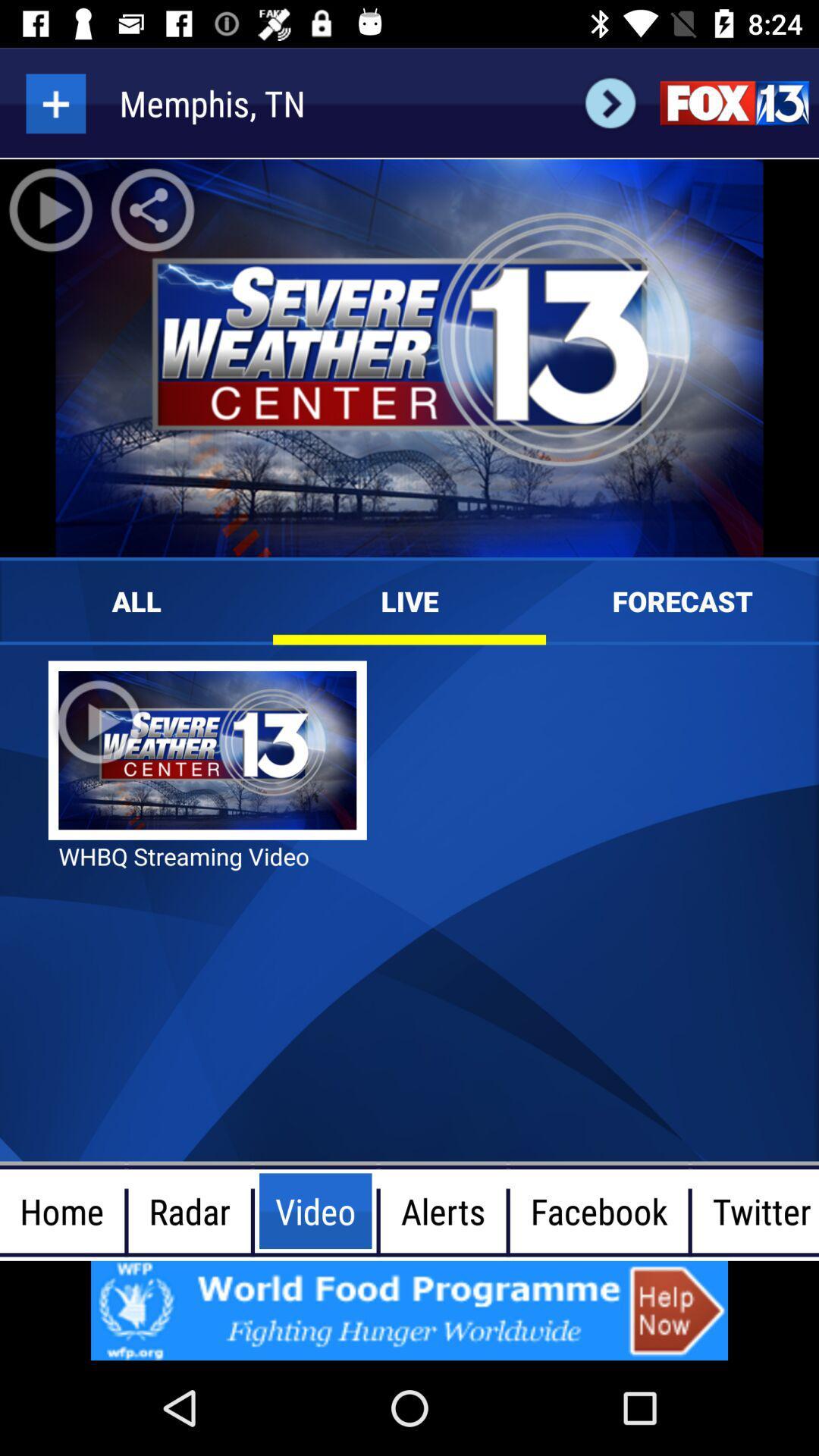 This screenshot has width=819, height=1456. Describe the element at coordinates (610, 102) in the screenshot. I see `next option` at that location.